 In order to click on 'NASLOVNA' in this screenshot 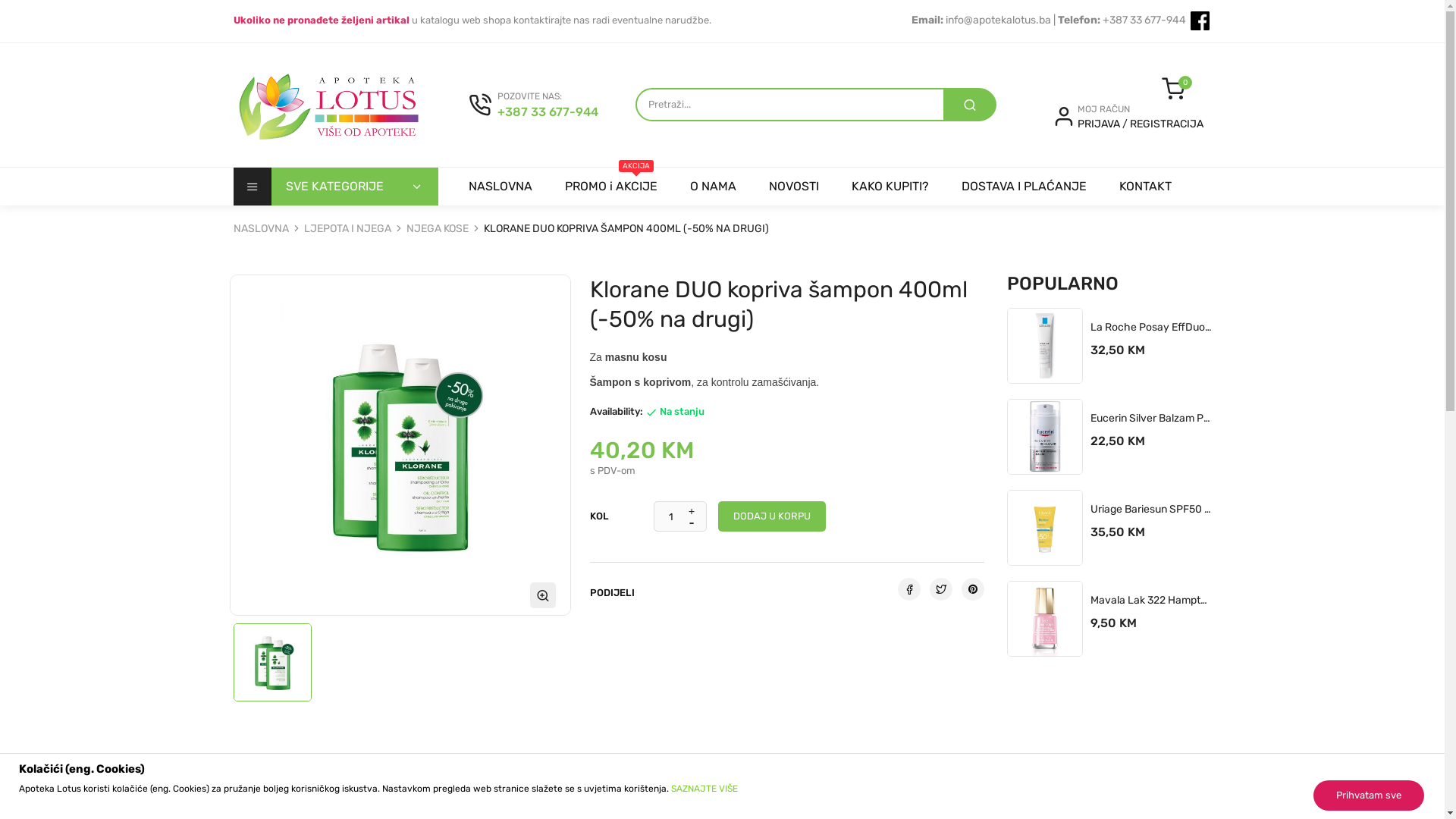, I will do `click(232, 228)`.